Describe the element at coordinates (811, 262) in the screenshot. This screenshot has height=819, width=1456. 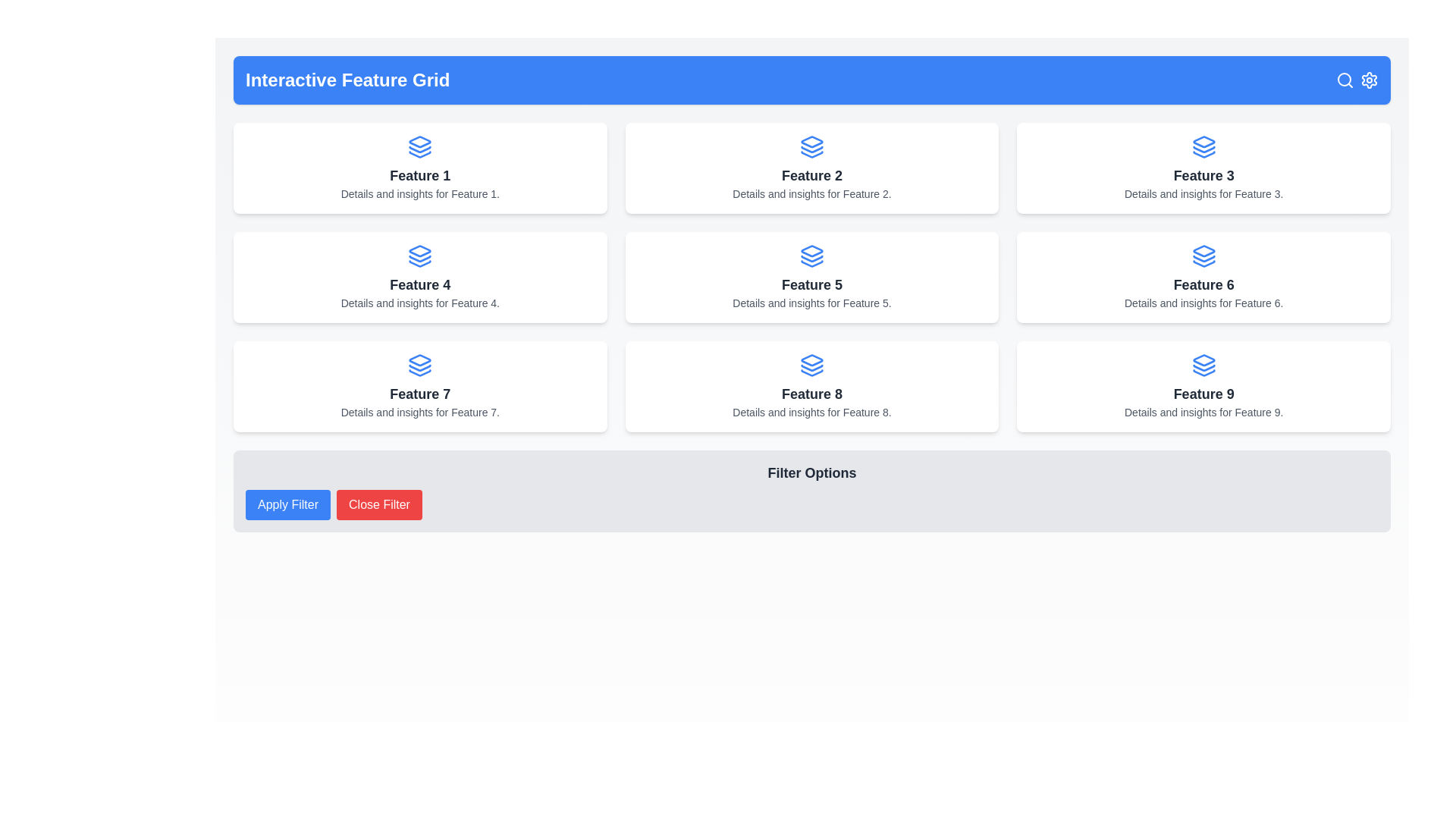
I see `bottommost blue trapezoidal shape icon decoration layer representing layers in Feature 5, located in the second row, middle column of the grid` at that location.